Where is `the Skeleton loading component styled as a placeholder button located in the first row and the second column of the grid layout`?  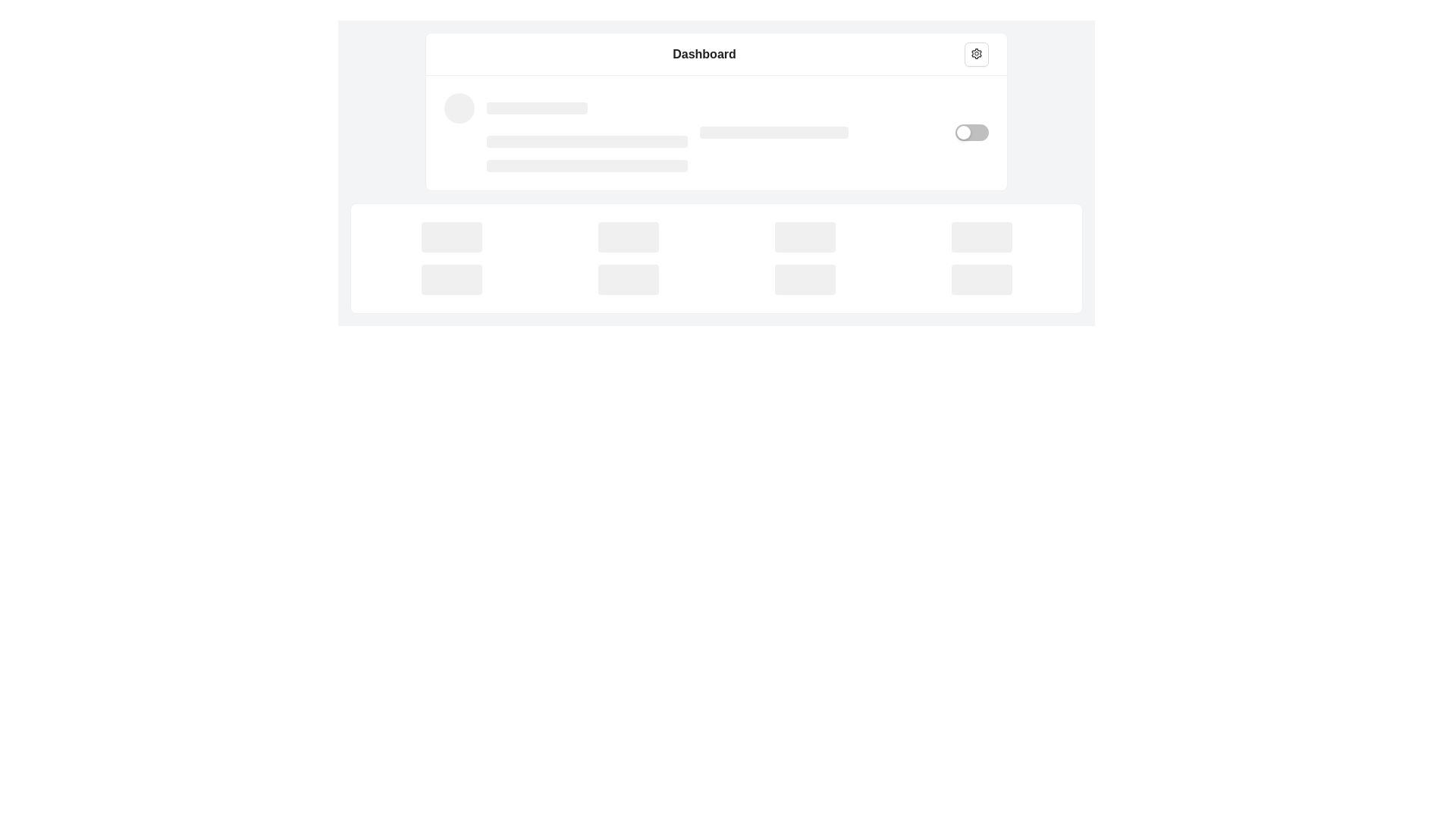 the Skeleton loading component styled as a placeholder button located in the first row and the second column of the grid layout is located at coordinates (628, 237).